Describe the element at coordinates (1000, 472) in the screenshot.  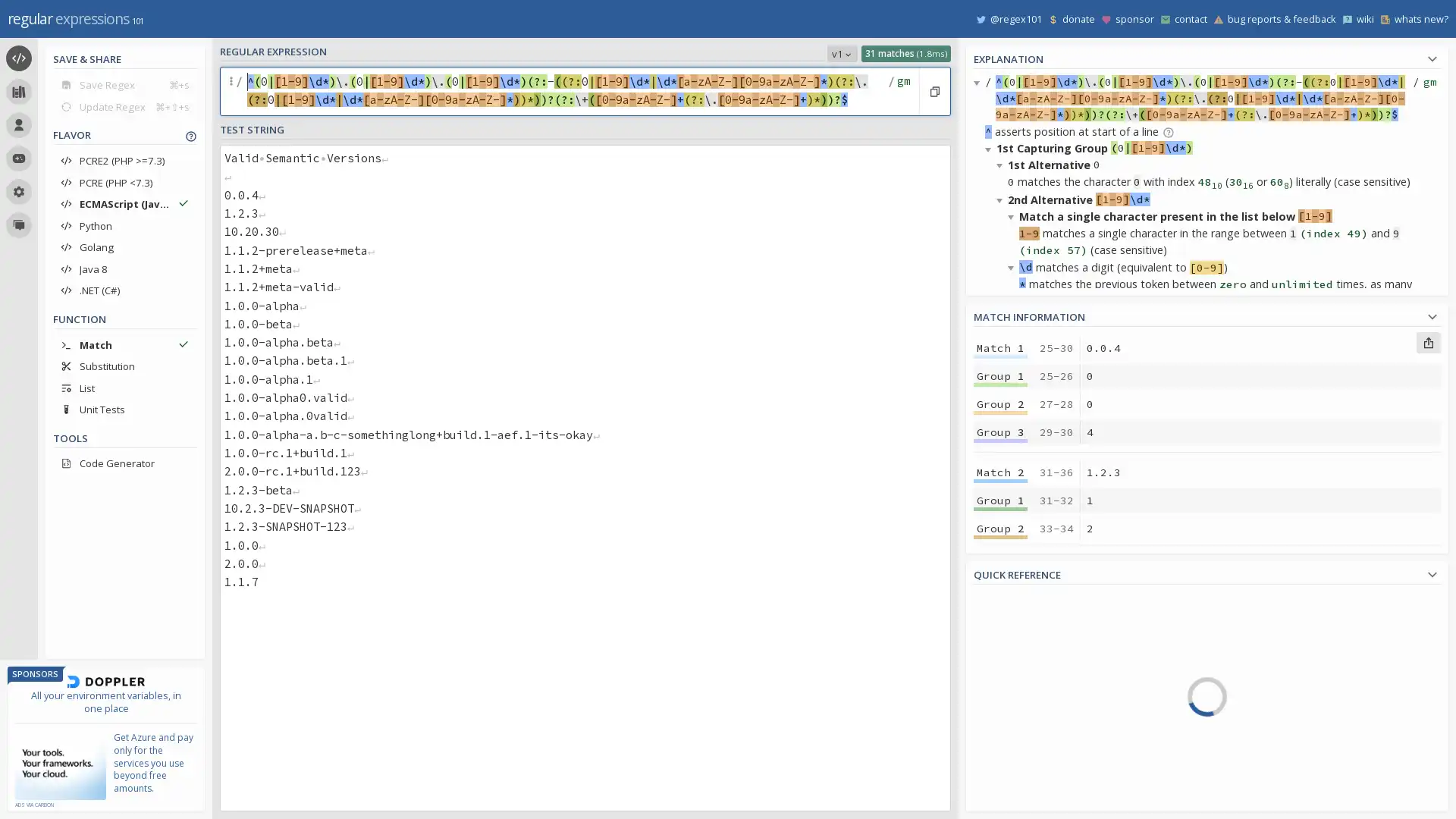
I see `Match 2` at that location.